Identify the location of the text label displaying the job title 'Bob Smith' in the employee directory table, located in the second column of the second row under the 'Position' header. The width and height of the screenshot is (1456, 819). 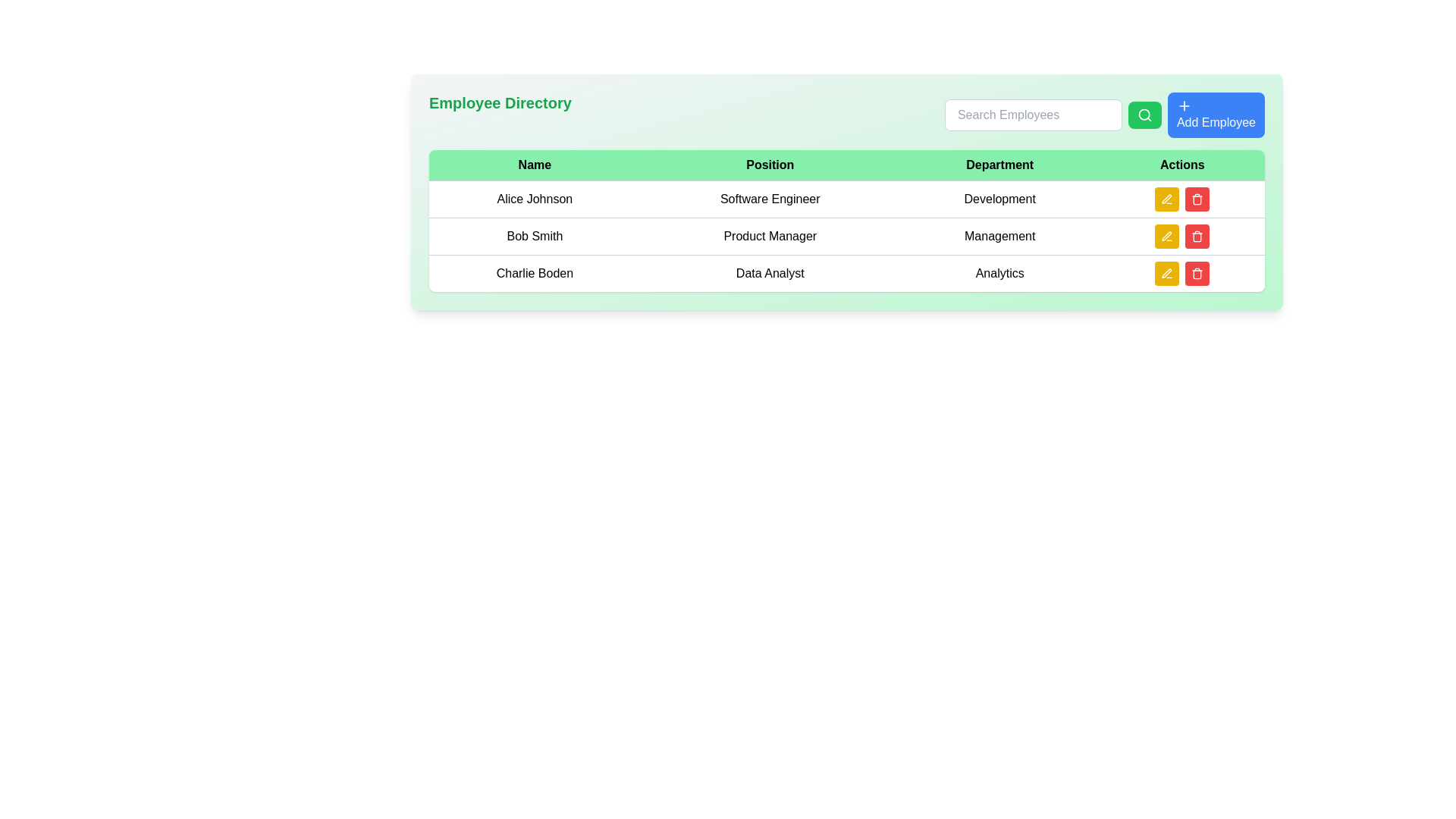
(770, 237).